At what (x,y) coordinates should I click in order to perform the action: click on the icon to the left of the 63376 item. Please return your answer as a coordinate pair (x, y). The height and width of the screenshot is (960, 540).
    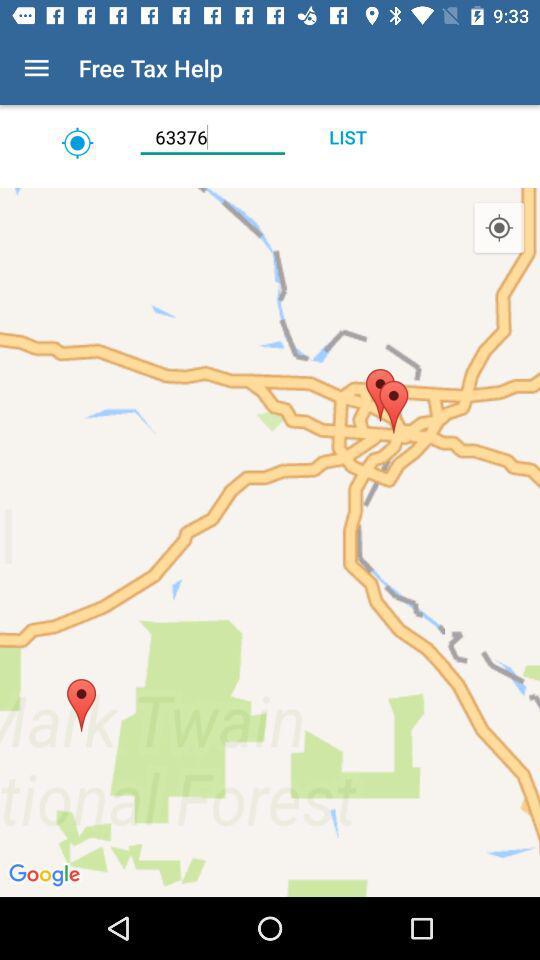
    Looking at the image, I should click on (76, 142).